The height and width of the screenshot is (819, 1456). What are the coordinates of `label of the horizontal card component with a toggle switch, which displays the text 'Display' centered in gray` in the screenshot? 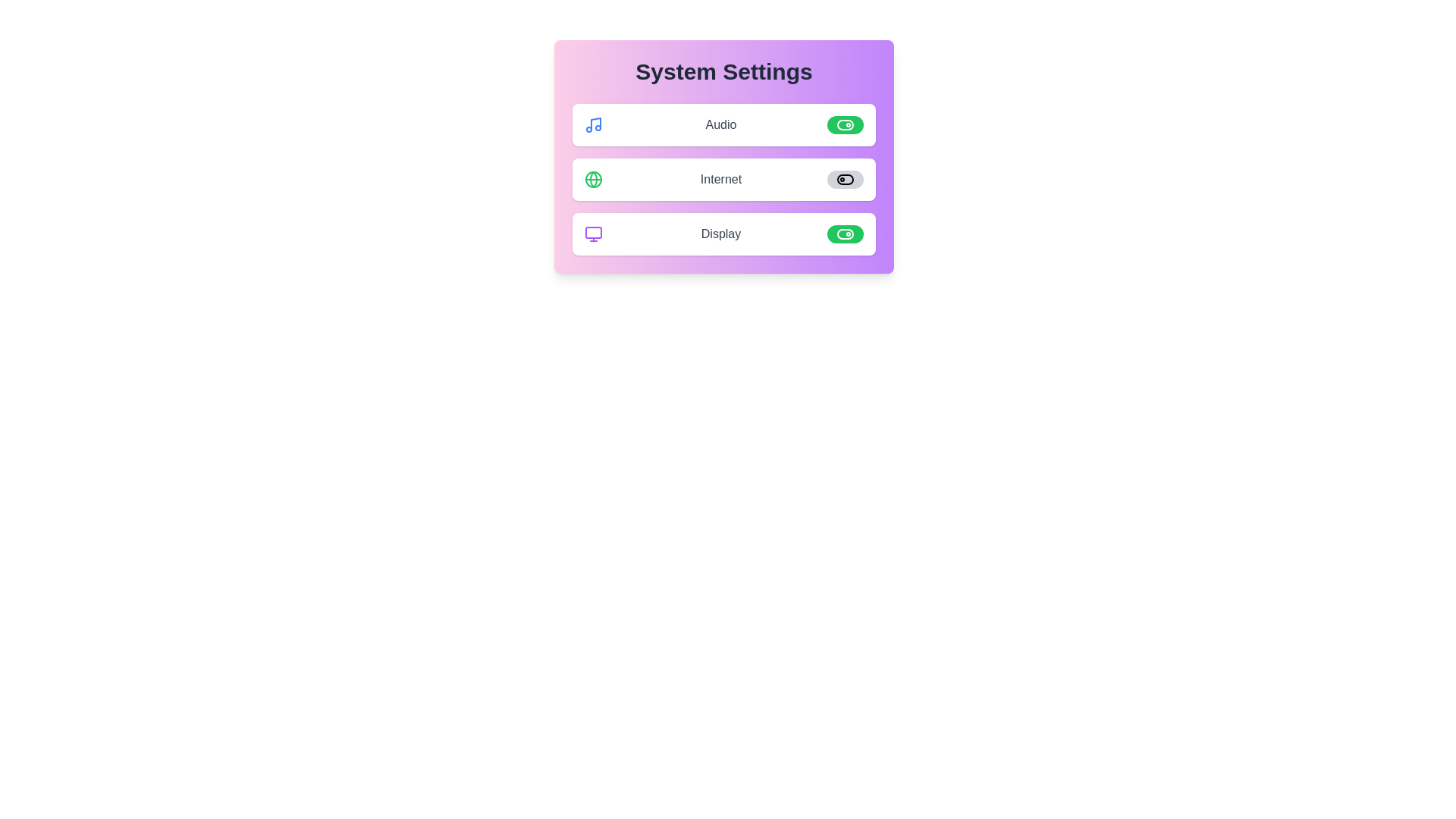 It's located at (723, 234).